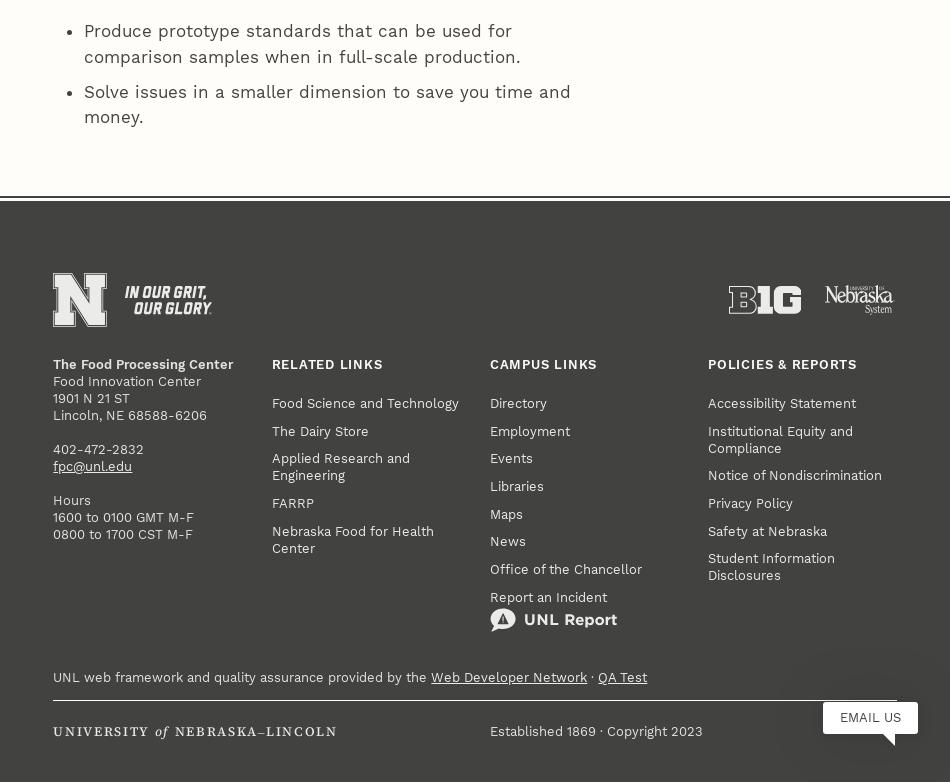 This screenshot has height=782, width=950. Describe the element at coordinates (548, 280) in the screenshot. I see `'Report an Incident'` at that location.